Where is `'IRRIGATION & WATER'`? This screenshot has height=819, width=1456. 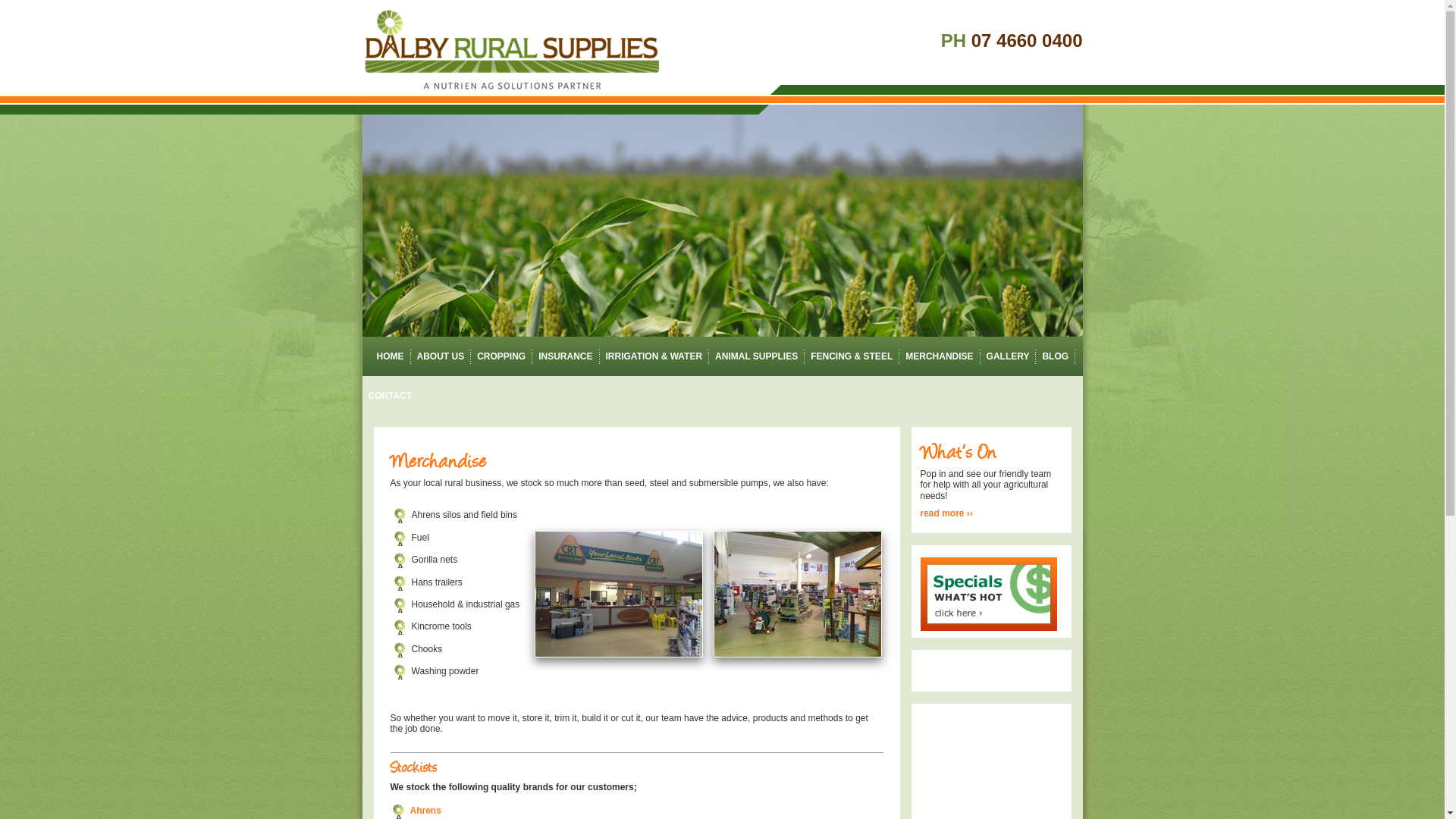 'IRRIGATION & WATER' is located at coordinates (654, 356).